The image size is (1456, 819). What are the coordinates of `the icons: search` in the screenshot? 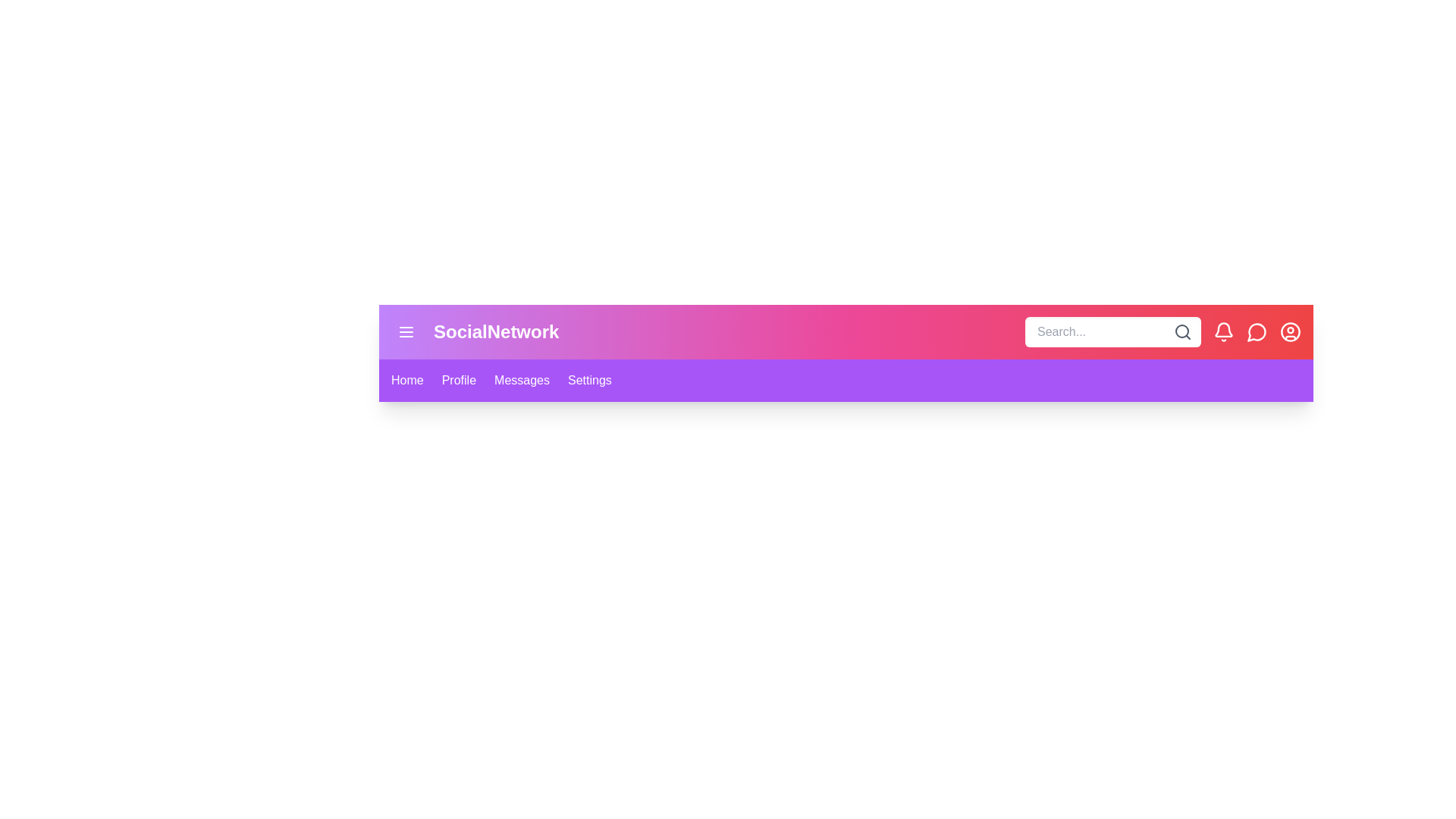 It's located at (1182, 331).